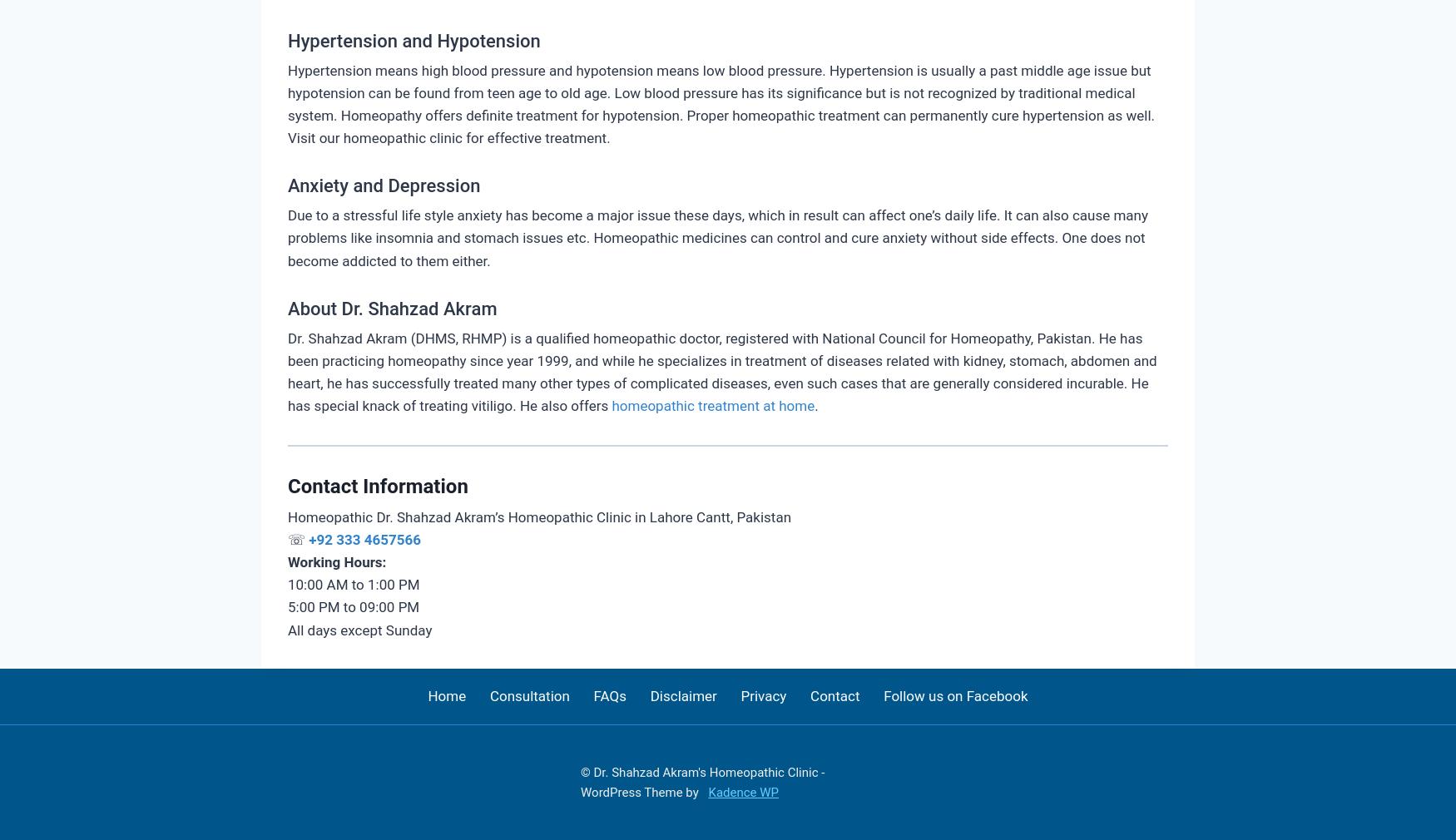  I want to click on '10:00 AM to 1:00 PM', so click(353, 583).